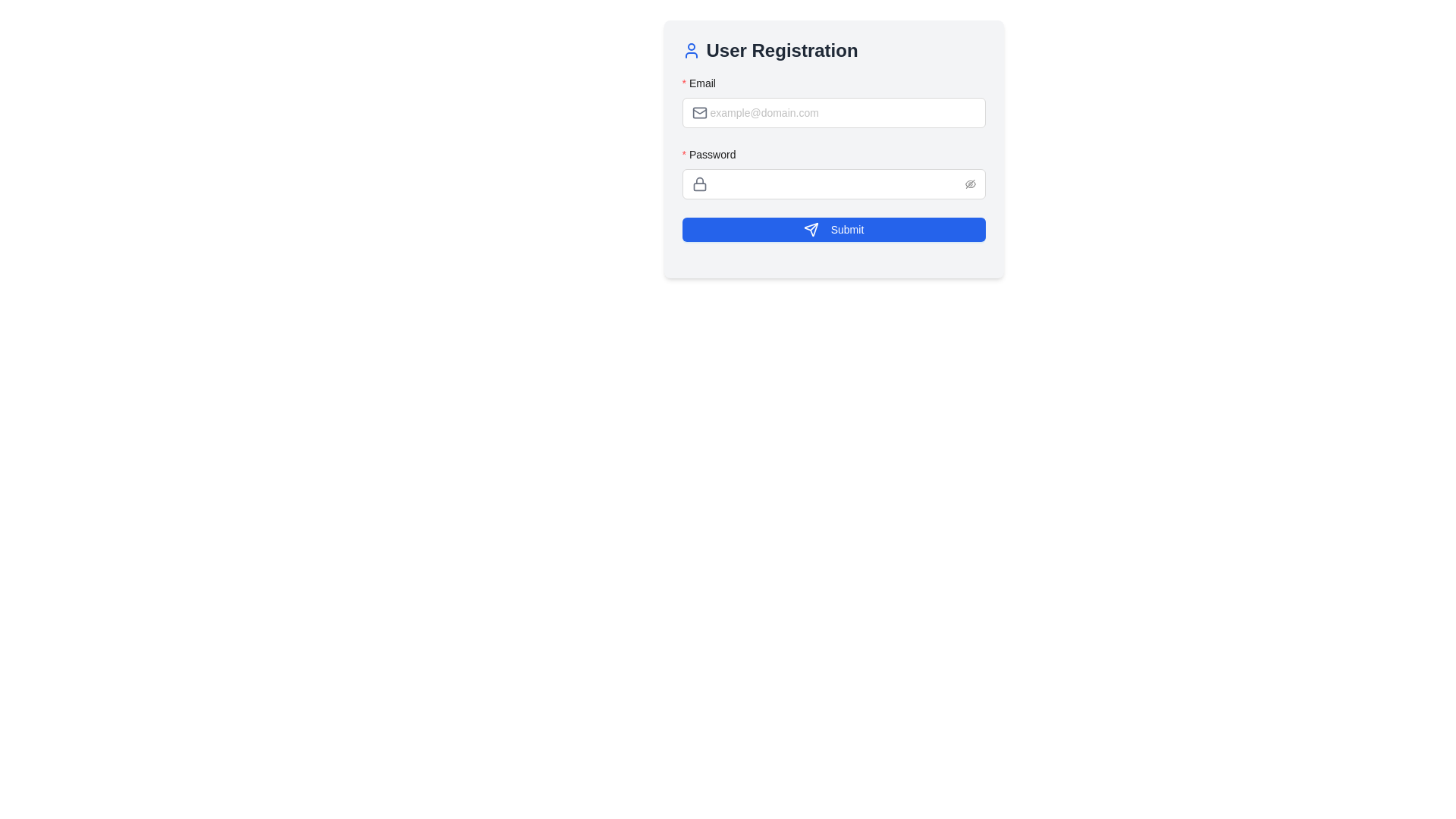 The image size is (1456, 819). I want to click on the 'eye with a strike-through' icon in the suffix area of the password input field, so click(969, 184).